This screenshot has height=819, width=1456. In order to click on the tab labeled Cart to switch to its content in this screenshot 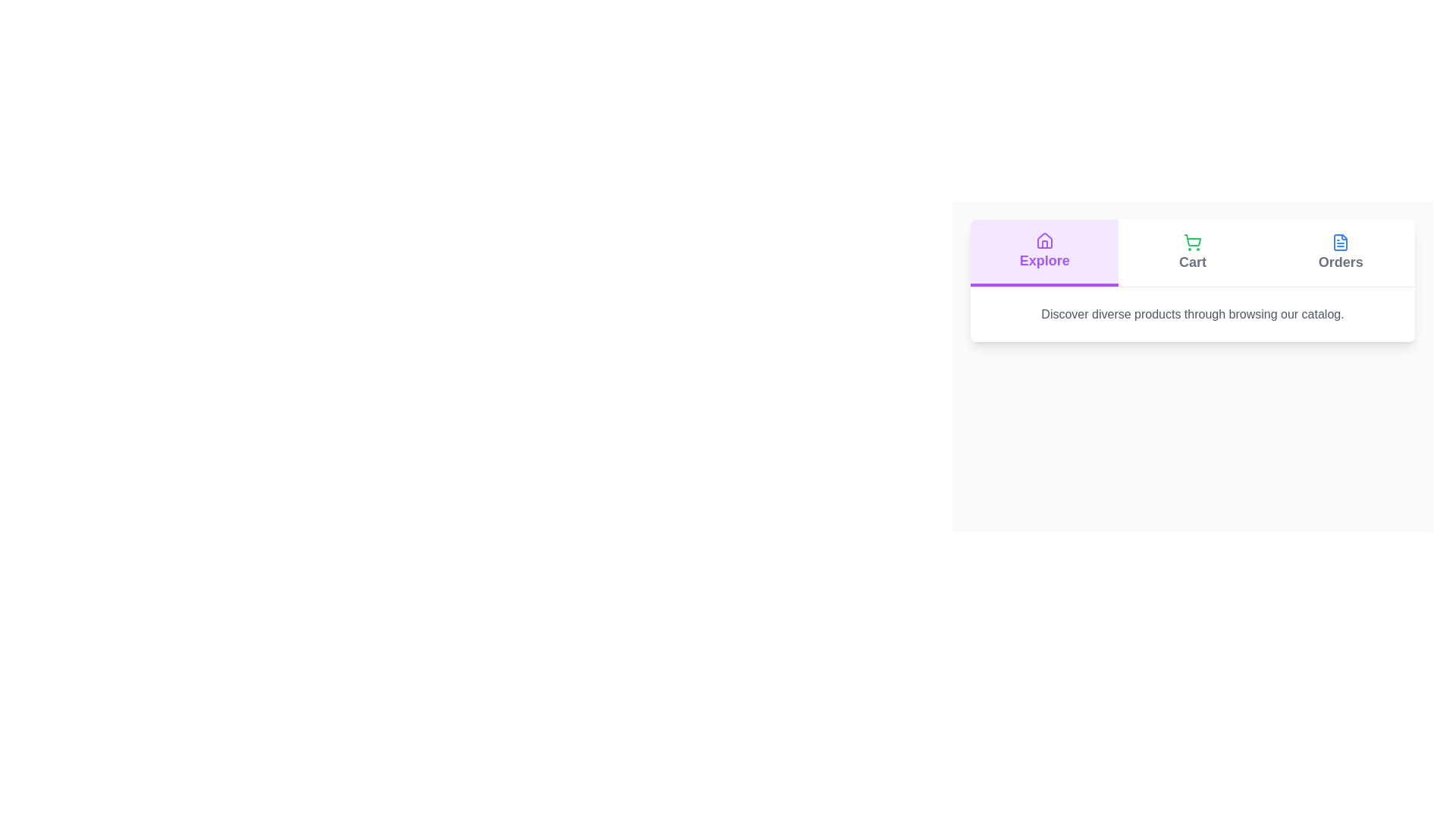, I will do `click(1192, 253)`.